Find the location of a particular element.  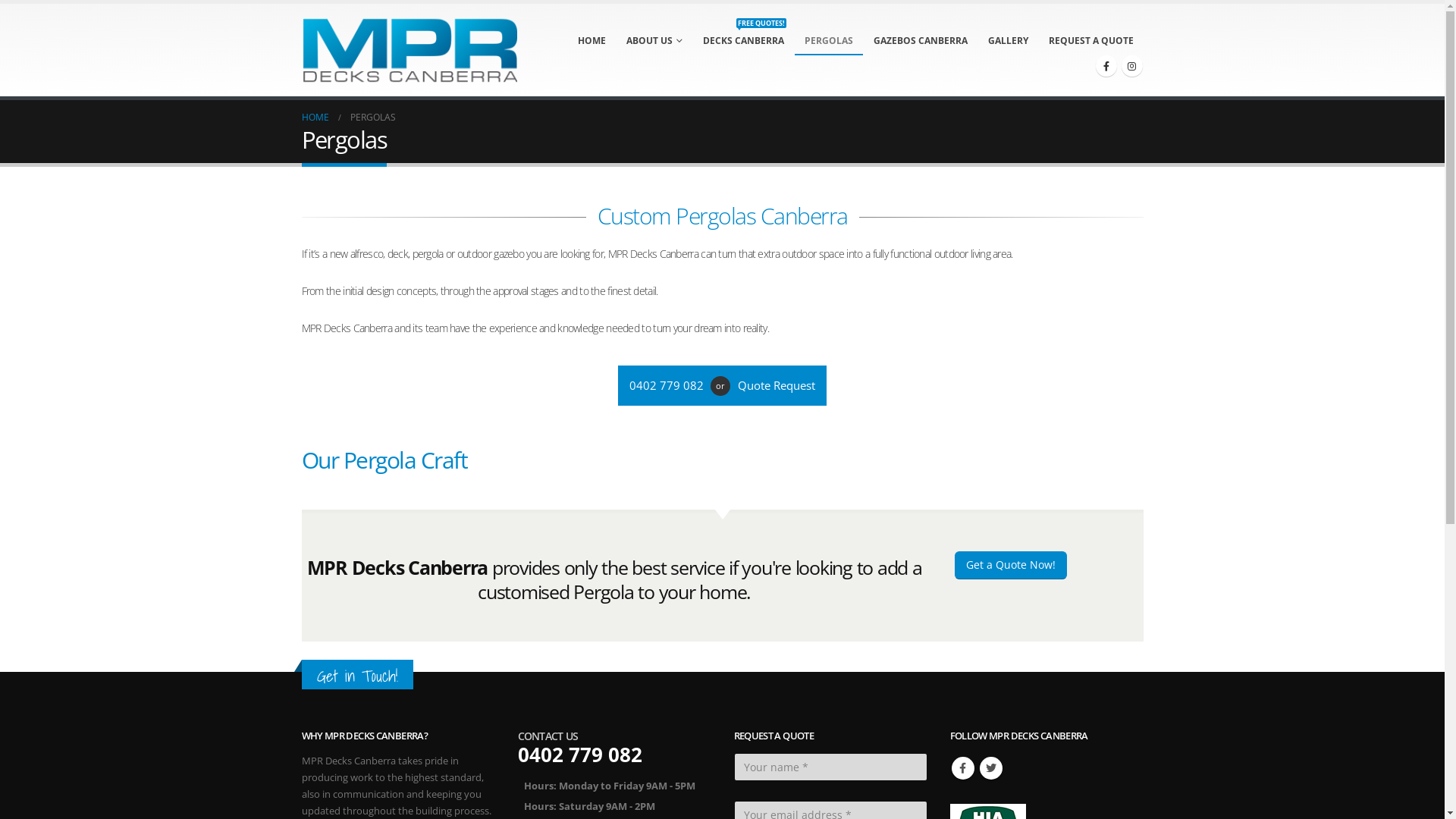

'Get in Touch!' is located at coordinates (315, 675).